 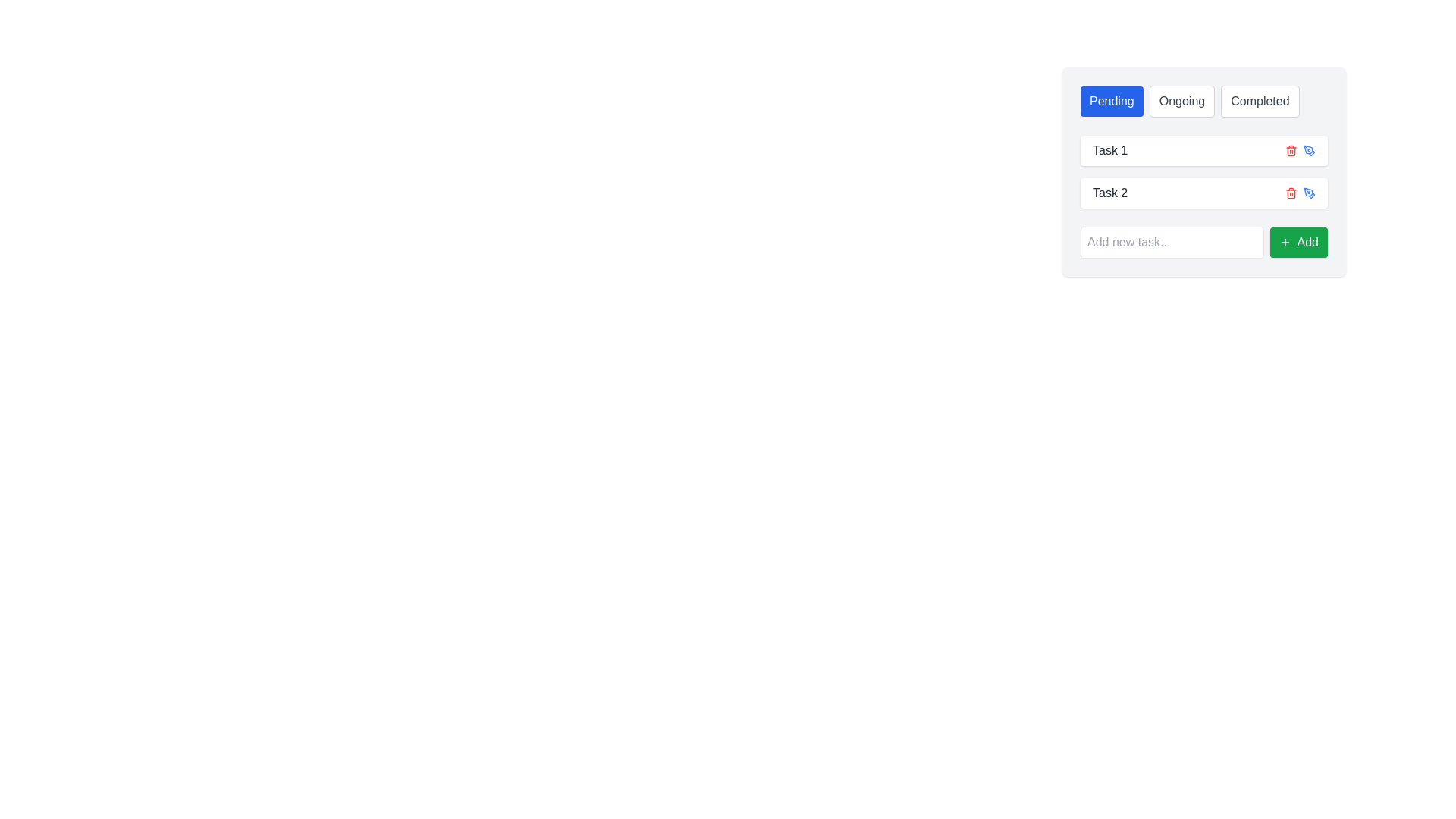 What do you see at coordinates (1260, 102) in the screenshot?
I see `the 'Completed' button, which is a rectangular button with rounded edges, labeled with the text 'Completed' and located on the rightmost side of a row of three buttons in a task management interface` at bounding box center [1260, 102].